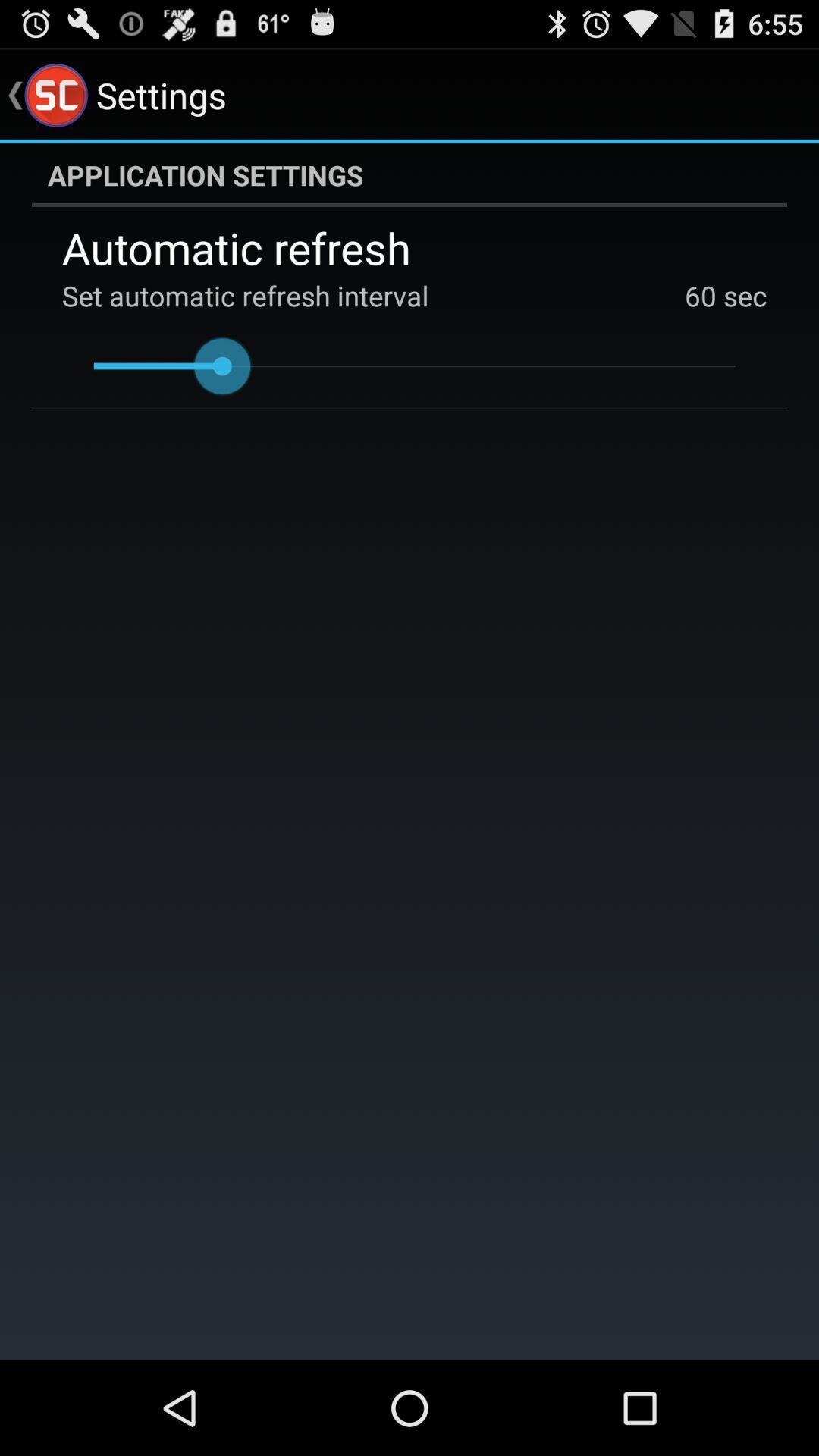 Image resolution: width=819 pixels, height=1456 pixels. I want to click on item above automatic refresh icon, so click(409, 174).